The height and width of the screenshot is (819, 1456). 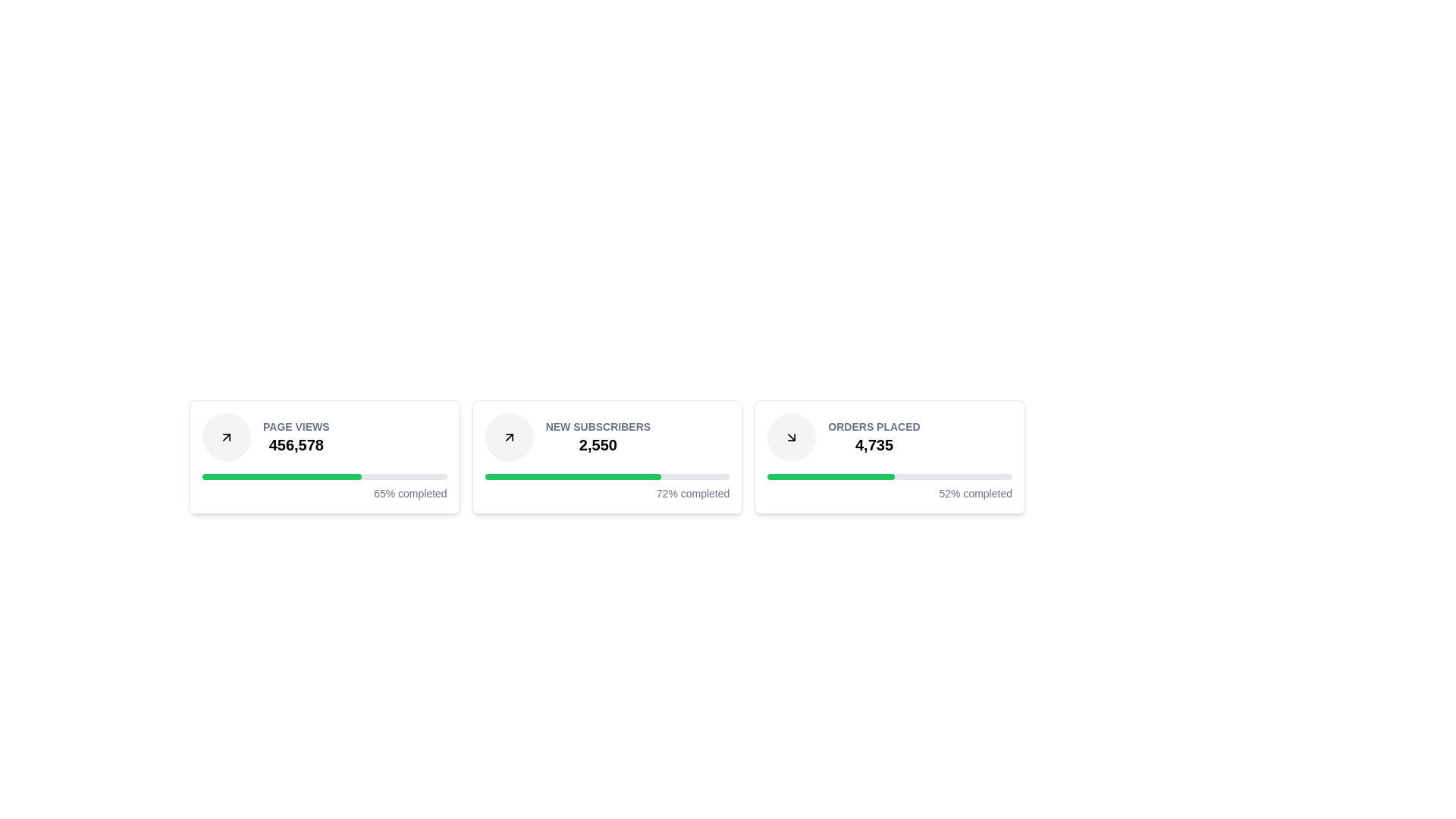 What do you see at coordinates (607, 438) in the screenshot?
I see `the Information Display Component that shows 'NEW SUBSCRIBERS' with the numerical value '2,550', located in the second card from the left, just above a green progress bar` at bounding box center [607, 438].